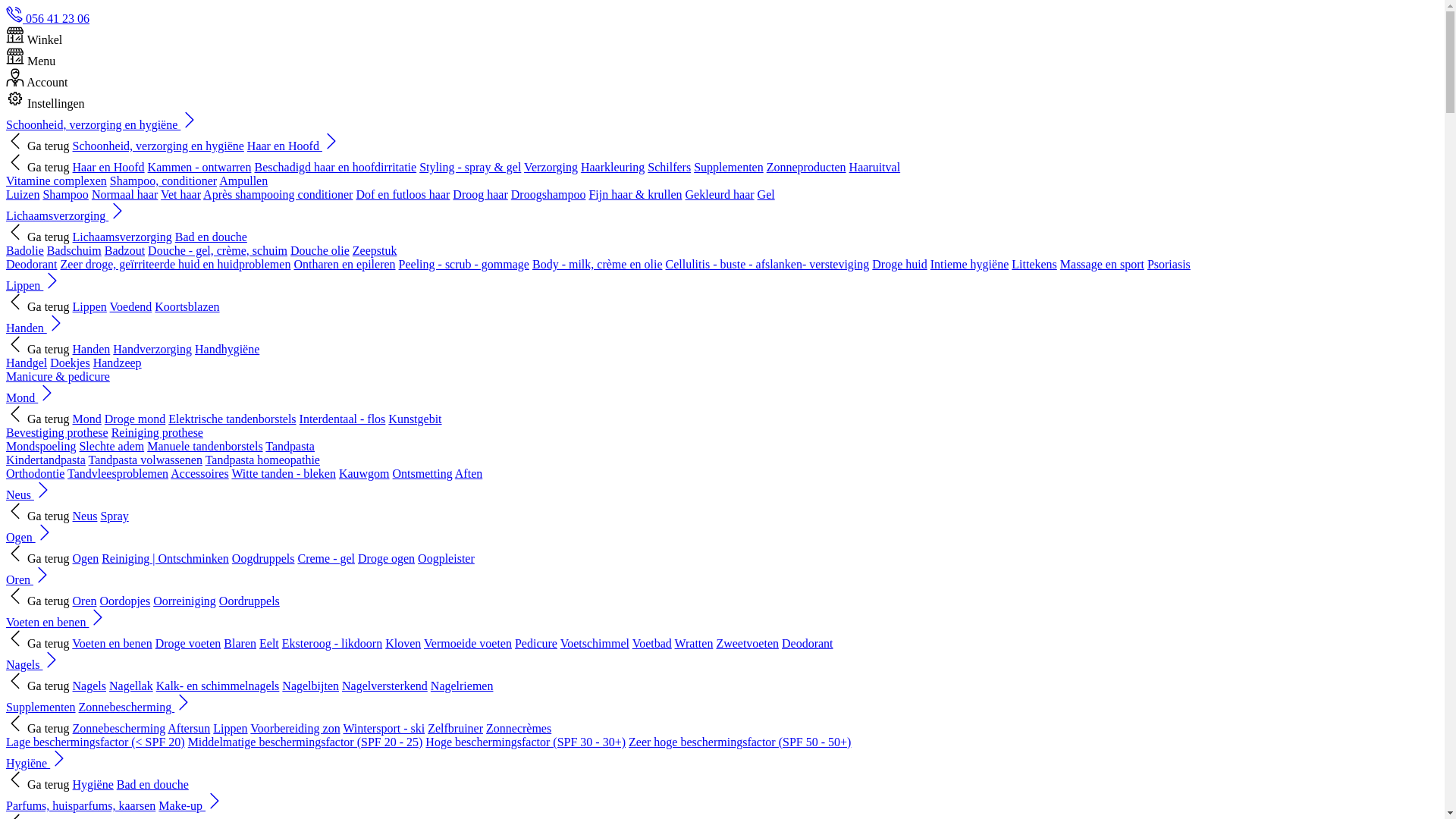  What do you see at coordinates (1033, 263) in the screenshot?
I see `'Littekens'` at bounding box center [1033, 263].